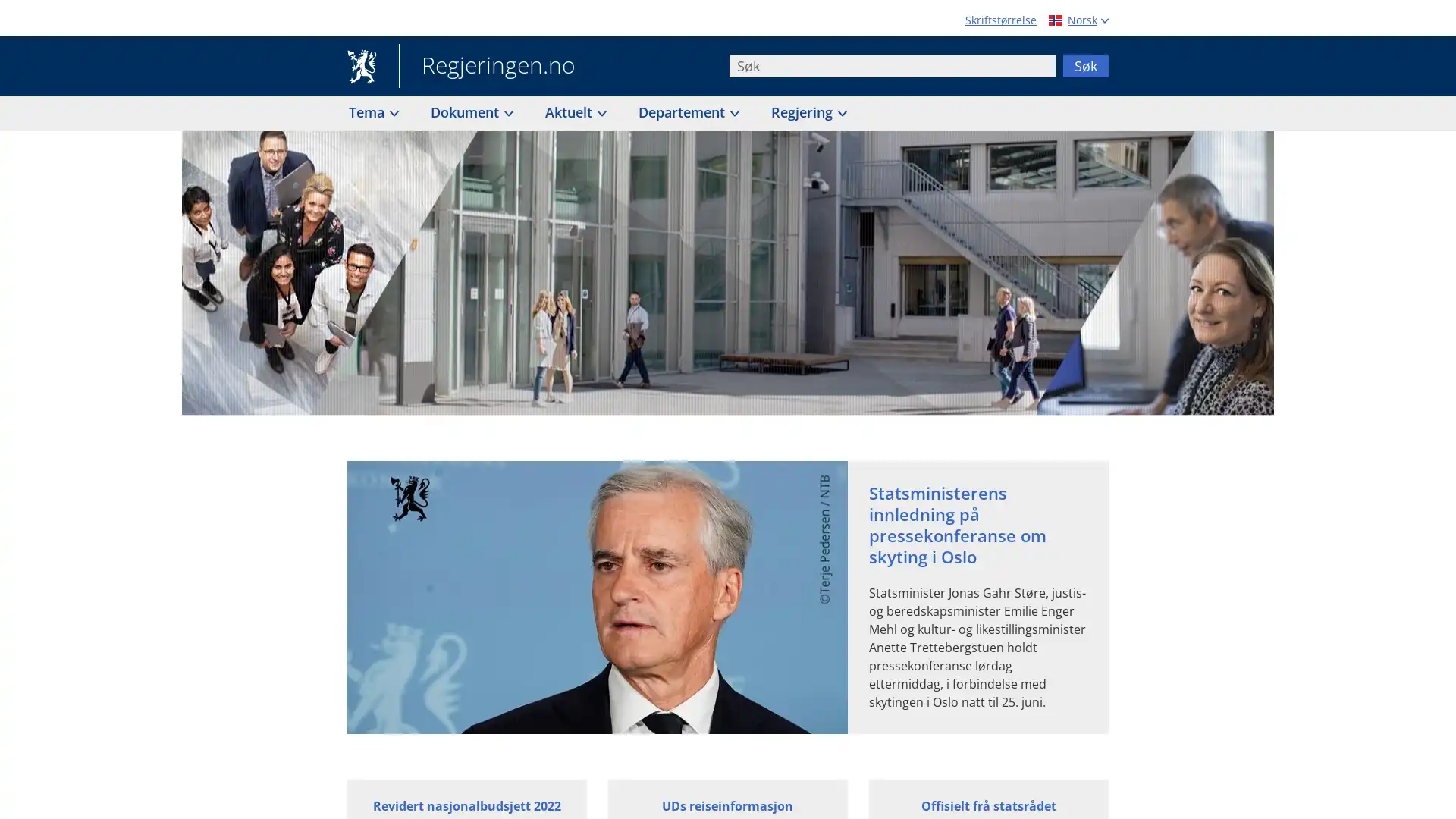 This screenshot has width=1456, height=819. I want to click on Dokument, so click(470, 111).